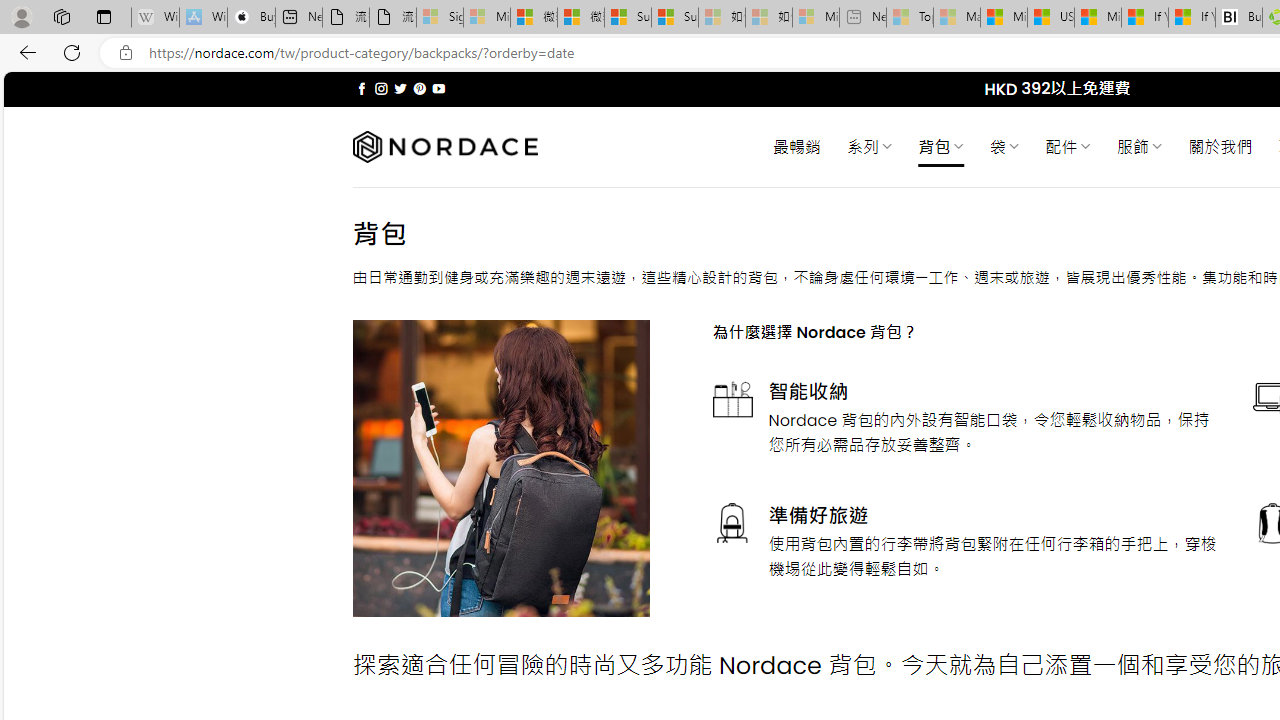  Describe the element at coordinates (250, 17) in the screenshot. I see `'Buy iPad - Apple'` at that location.